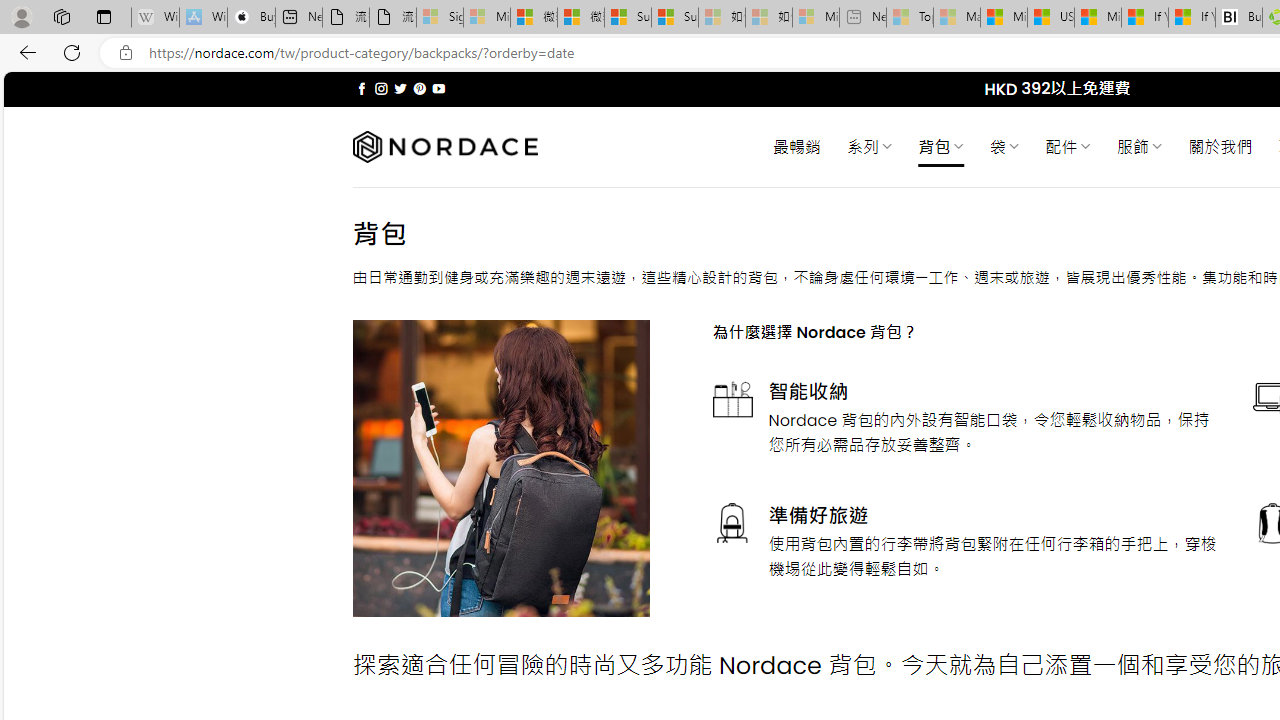  Describe the element at coordinates (250, 17) in the screenshot. I see `'Buy iPad - Apple'` at that location.